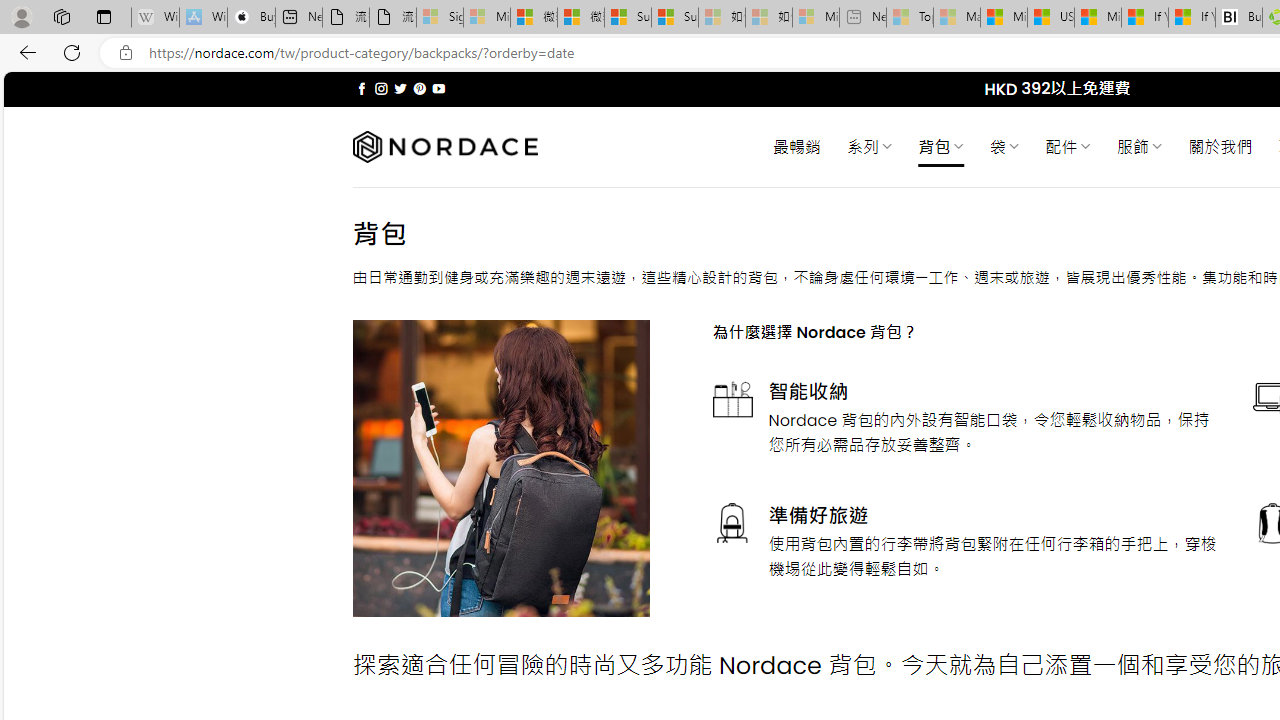  Describe the element at coordinates (250, 17) in the screenshot. I see `'Buy iPad - Apple'` at that location.